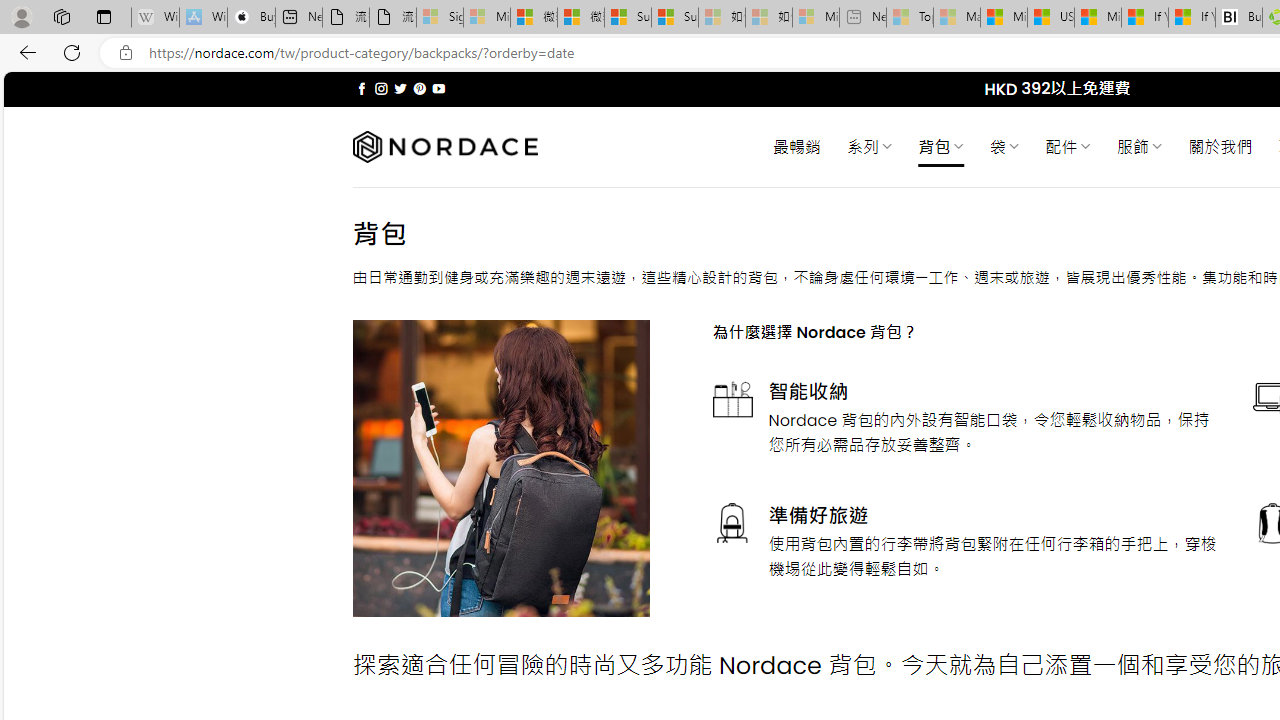  Describe the element at coordinates (250, 17) in the screenshot. I see `'Buy iPad - Apple'` at that location.